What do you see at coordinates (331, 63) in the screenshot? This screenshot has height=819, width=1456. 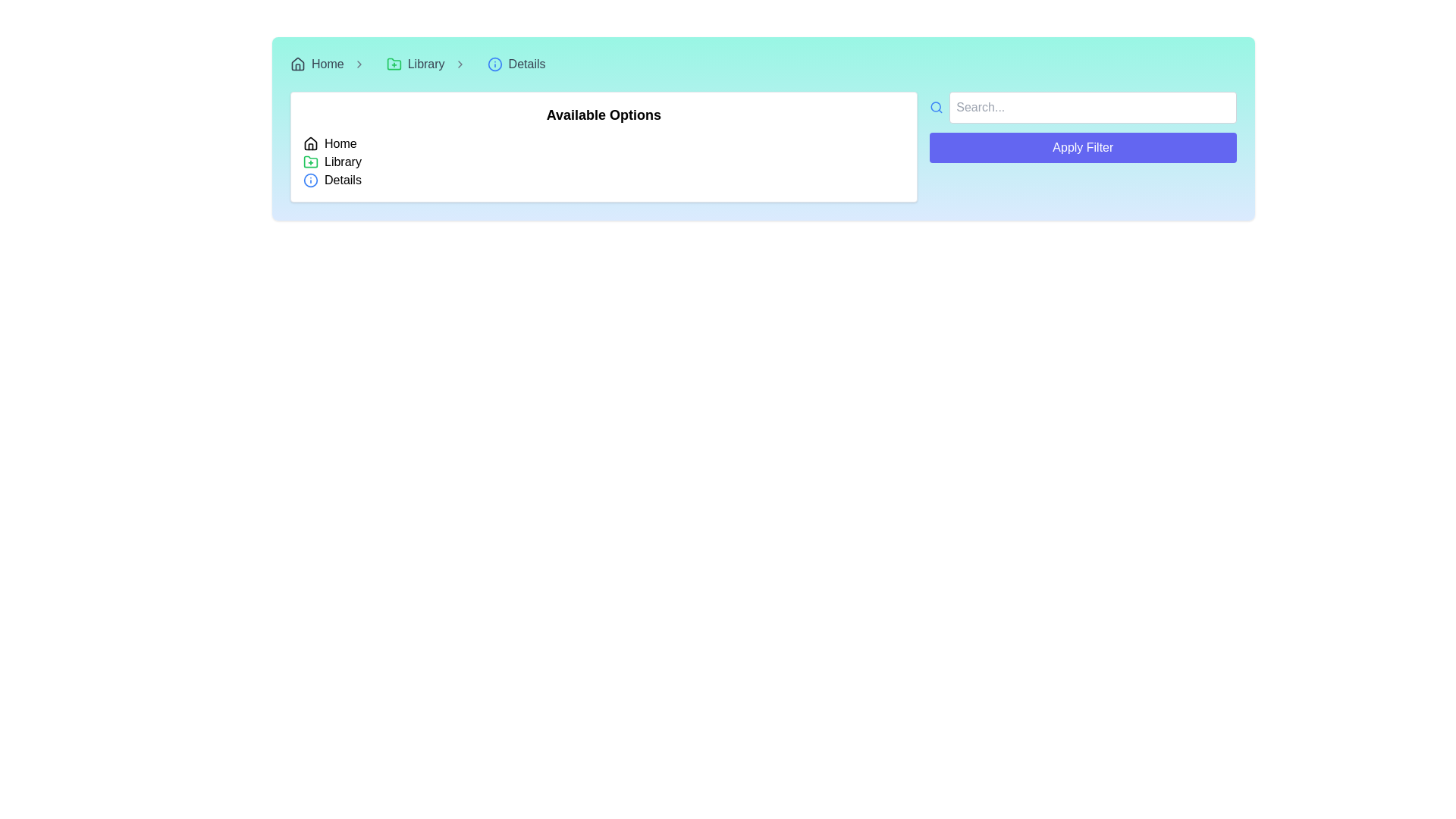 I see `the 'Home' breadcrumb navigation item` at bounding box center [331, 63].